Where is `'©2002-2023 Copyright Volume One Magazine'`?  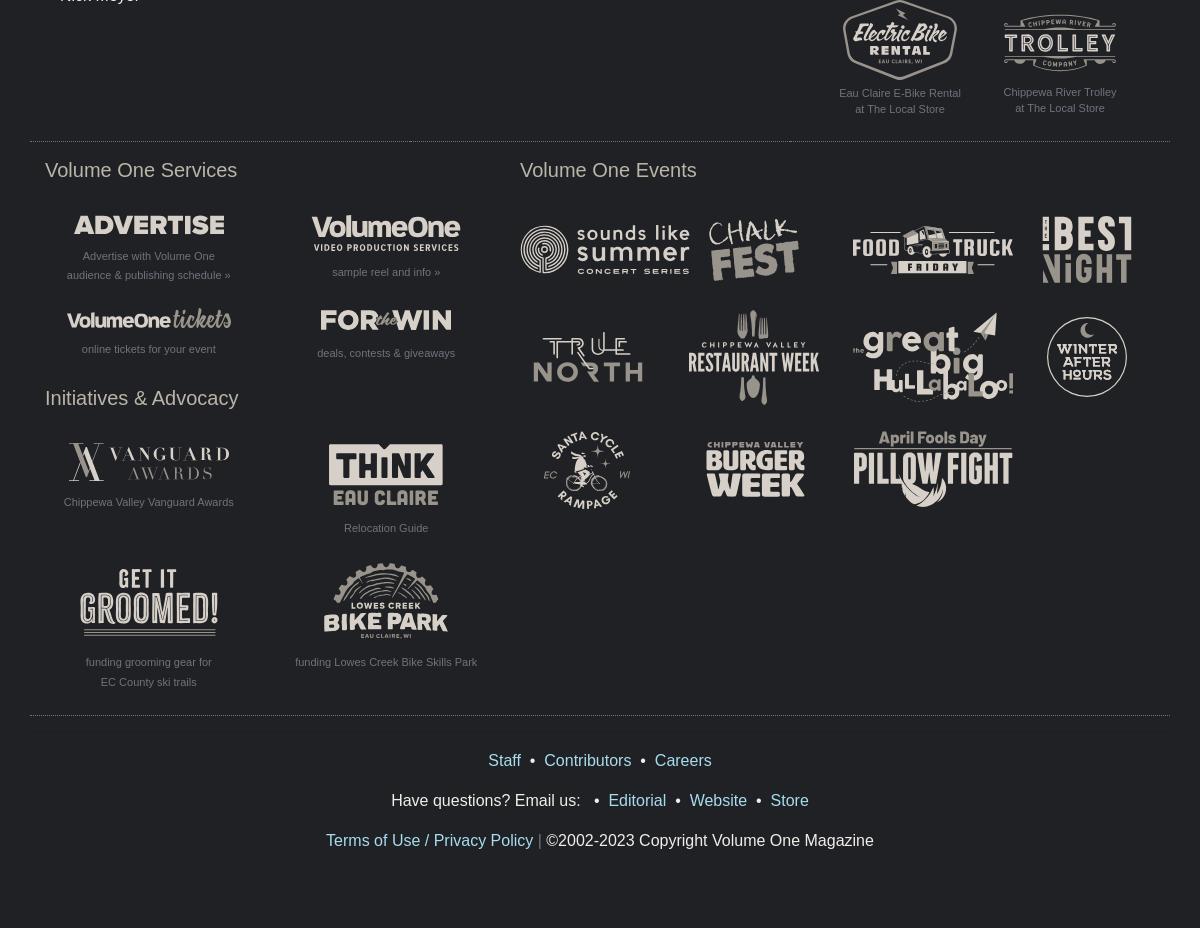
'©2002-2023 Copyright Volume One Magazine' is located at coordinates (709, 839).